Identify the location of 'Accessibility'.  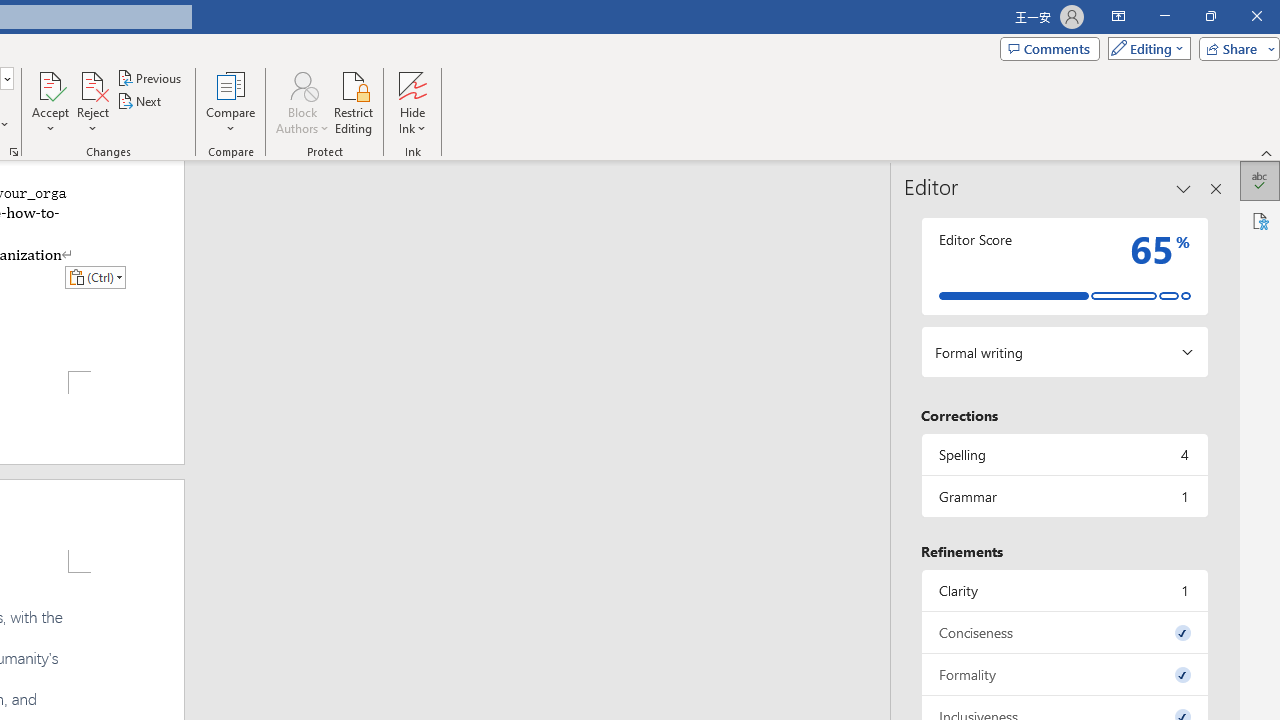
(1259, 221).